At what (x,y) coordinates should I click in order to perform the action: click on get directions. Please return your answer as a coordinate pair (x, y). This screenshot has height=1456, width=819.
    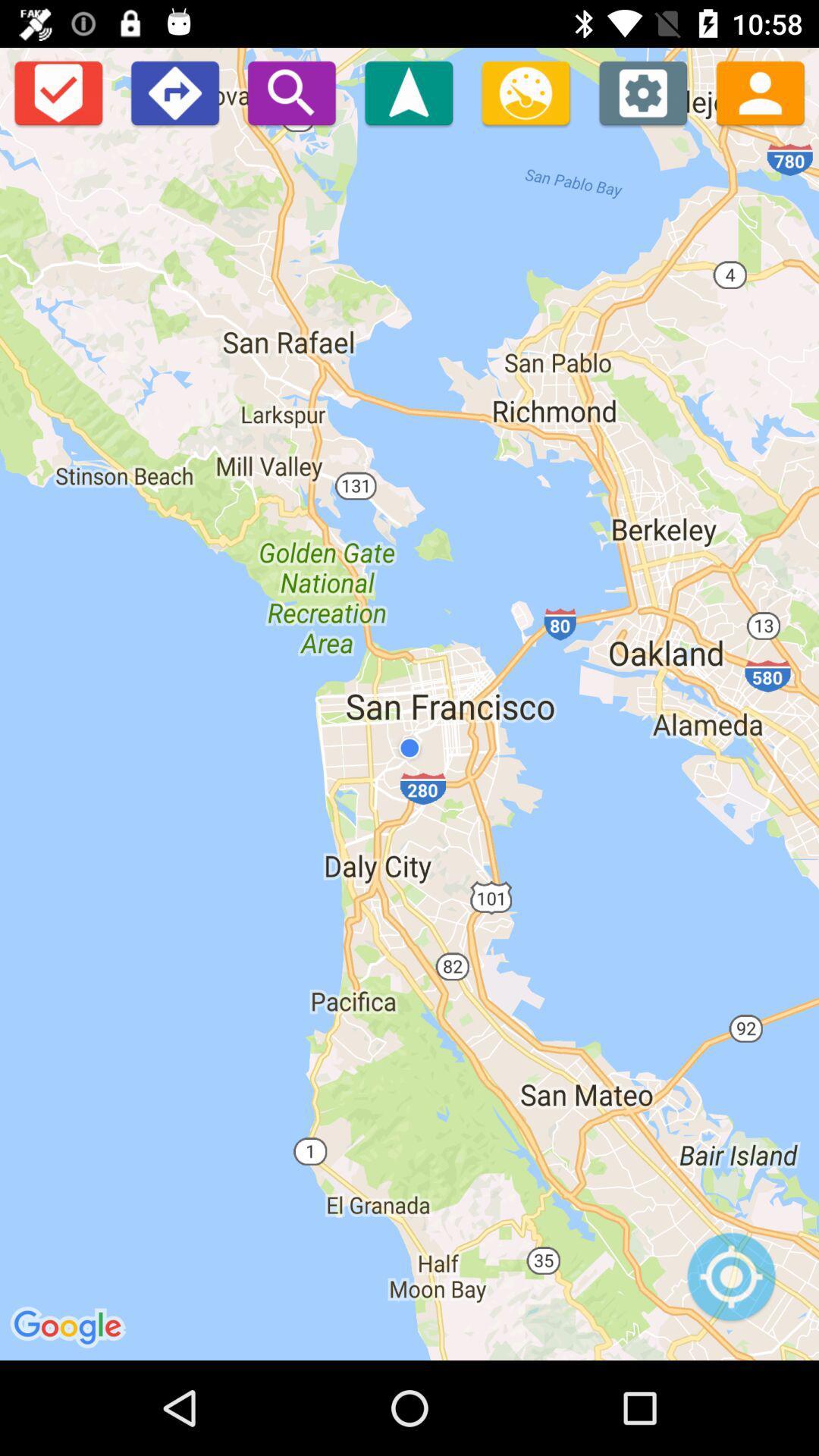
    Looking at the image, I should click on (174, 92).